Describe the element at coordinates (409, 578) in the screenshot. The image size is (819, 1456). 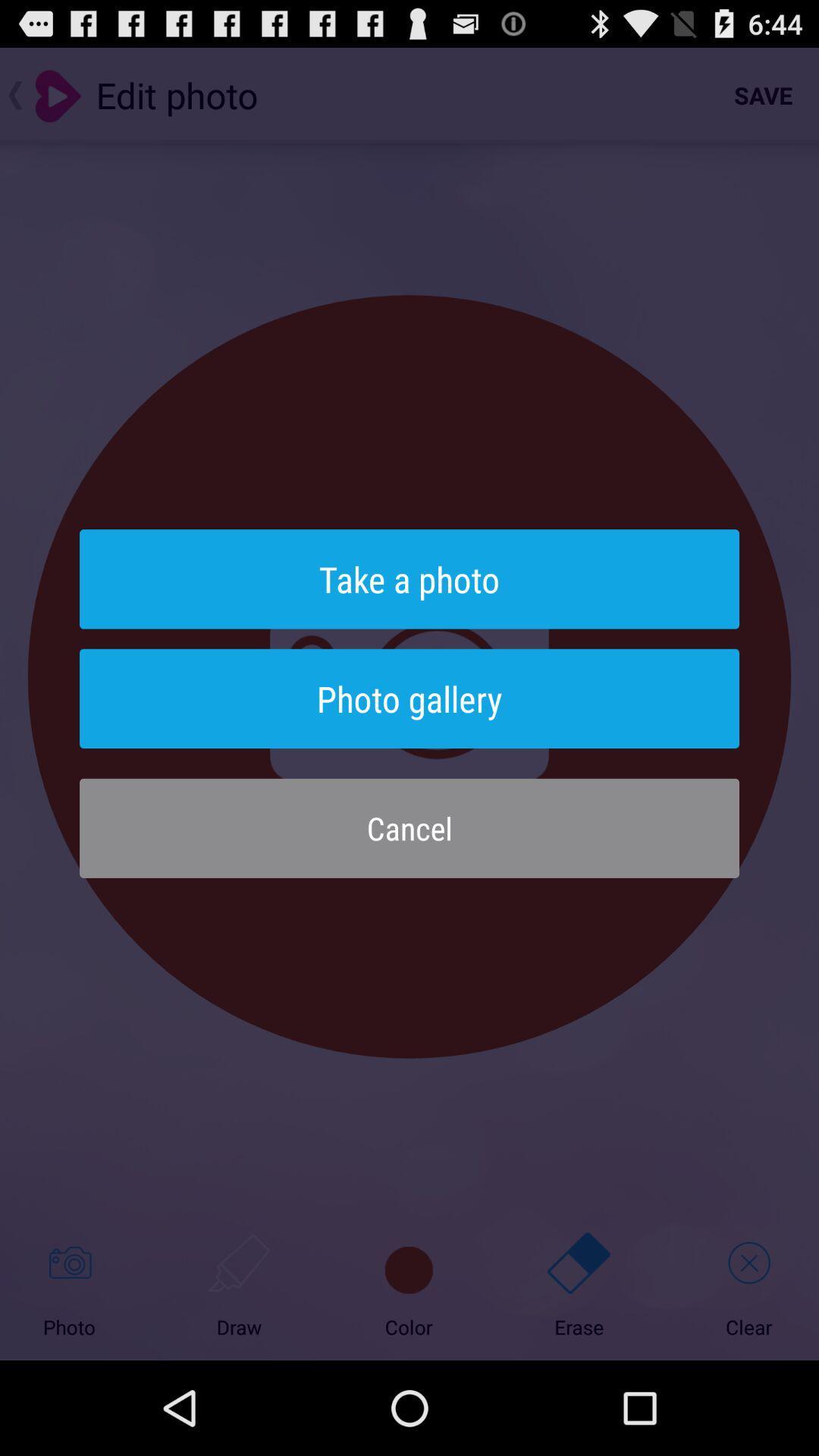
I see `the item above photo gallery item` at that location.